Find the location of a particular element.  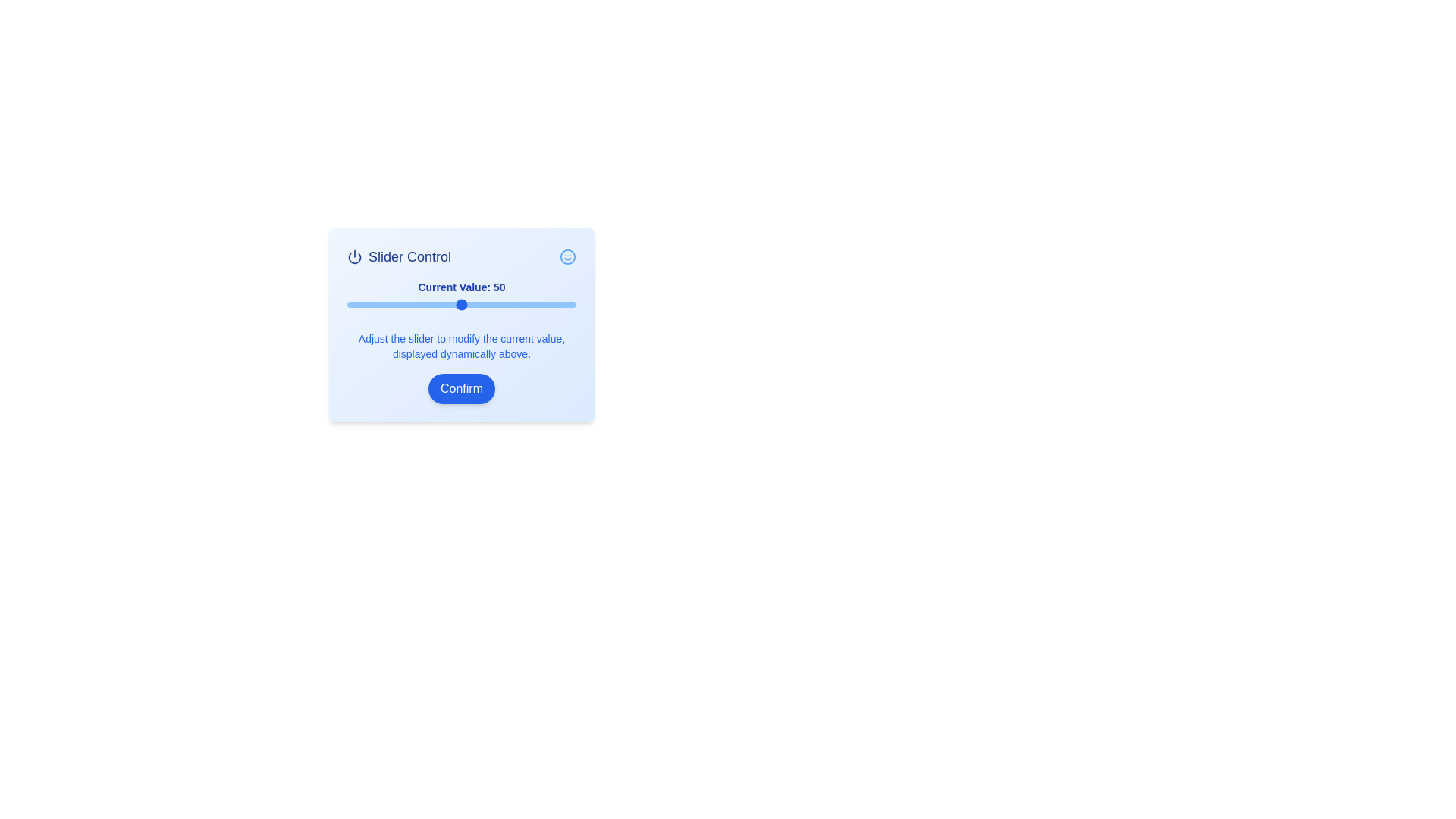

displayed value from the slider control interface, which shows 'Current Value: 50' above the slider is located at coordinates (461, 320).